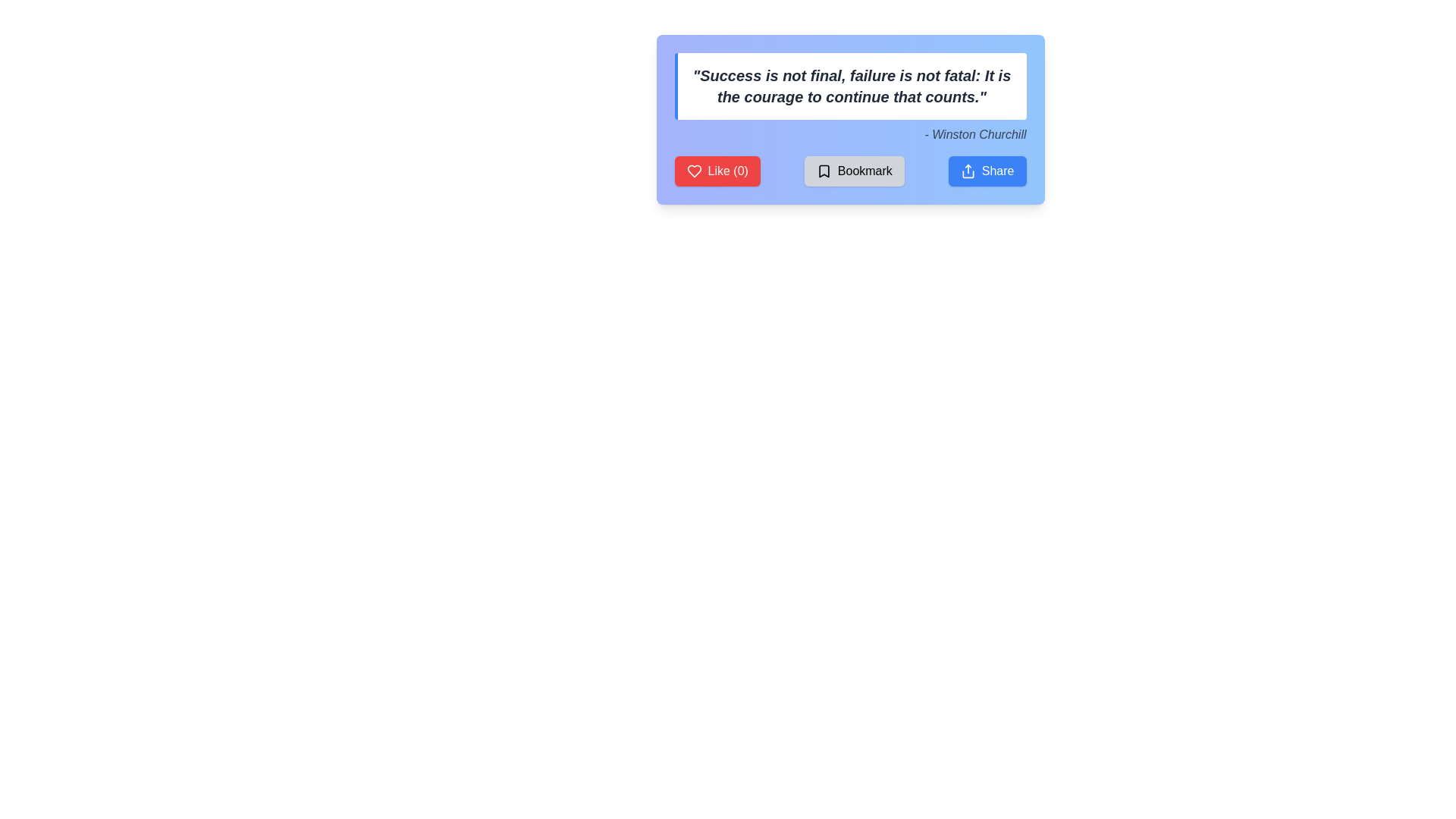 Image resolution: width=1456 pixels, height=819 pixels. Describe the element at coordinates (823, 171) in the screenshot. I see `the bookmark icon, which is a minimalistic outline design resembling an inverted triangle, located in the toolbar labeled 'Bookmark' between 'Like' and 'Share' buttons` at that location.